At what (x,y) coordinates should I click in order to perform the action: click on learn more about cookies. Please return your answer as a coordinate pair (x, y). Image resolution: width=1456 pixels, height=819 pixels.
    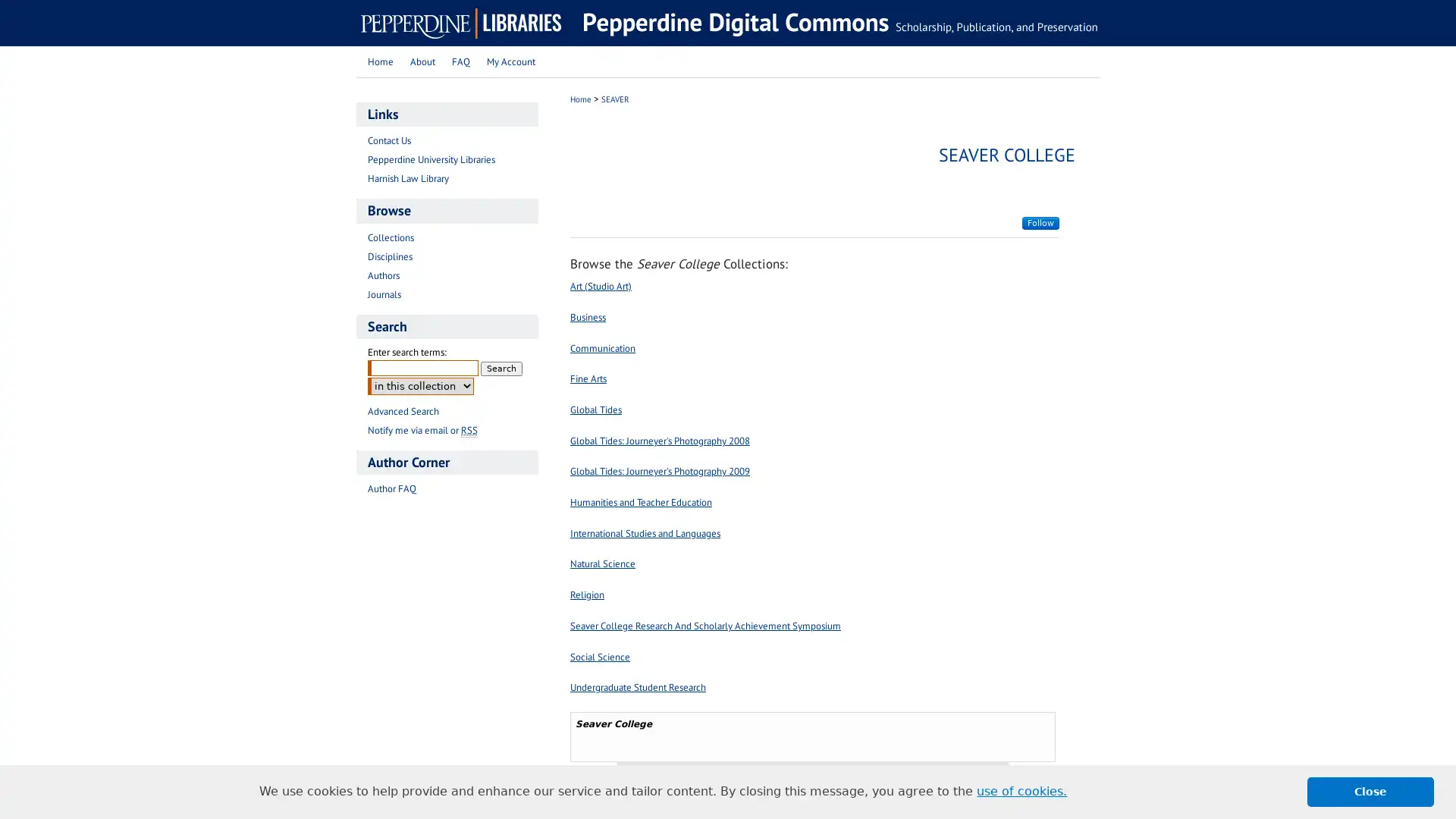
    Looking at the image, I should click on (1021, 791).